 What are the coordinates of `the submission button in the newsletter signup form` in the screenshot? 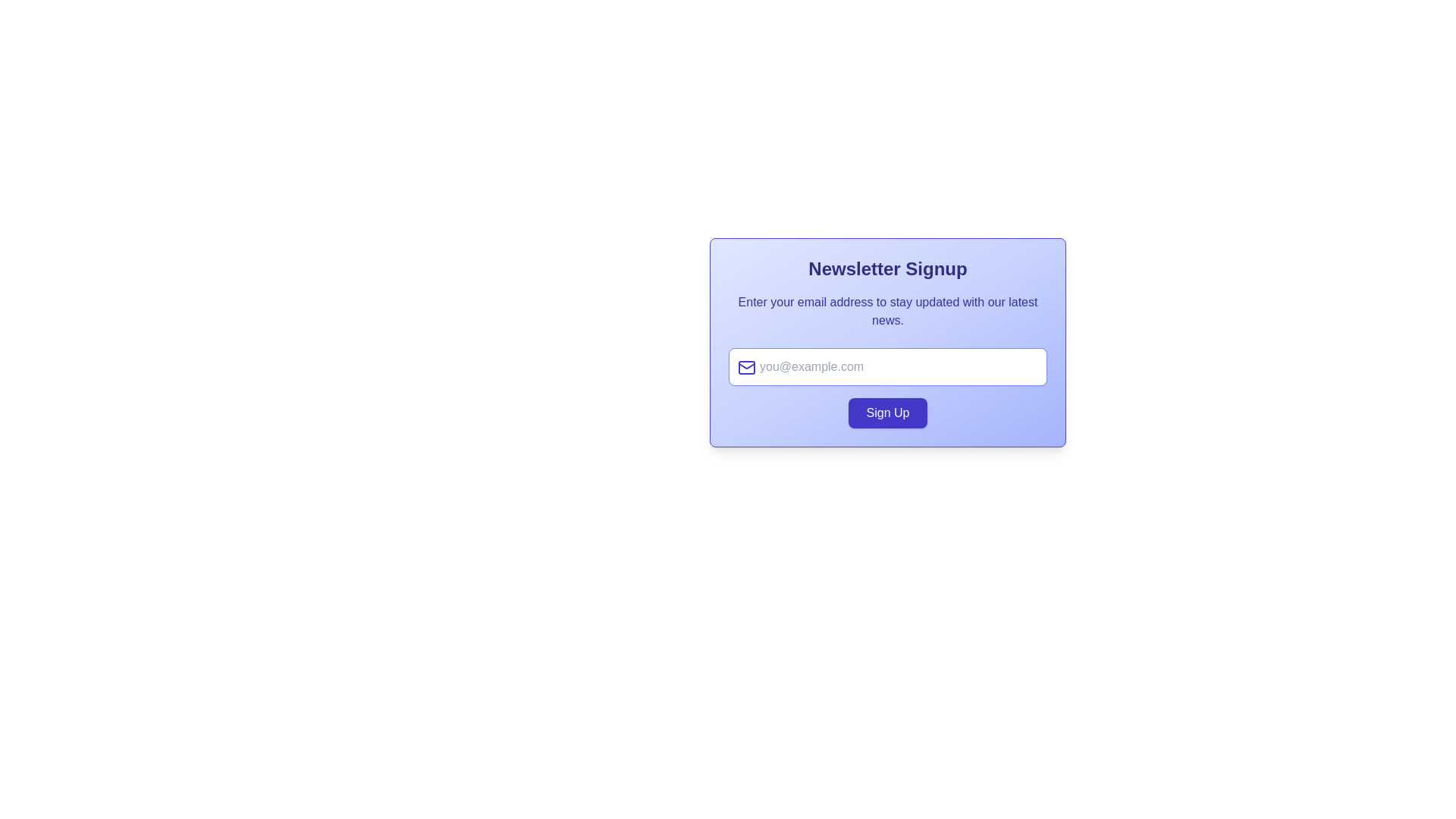 It's located at (888, 413).